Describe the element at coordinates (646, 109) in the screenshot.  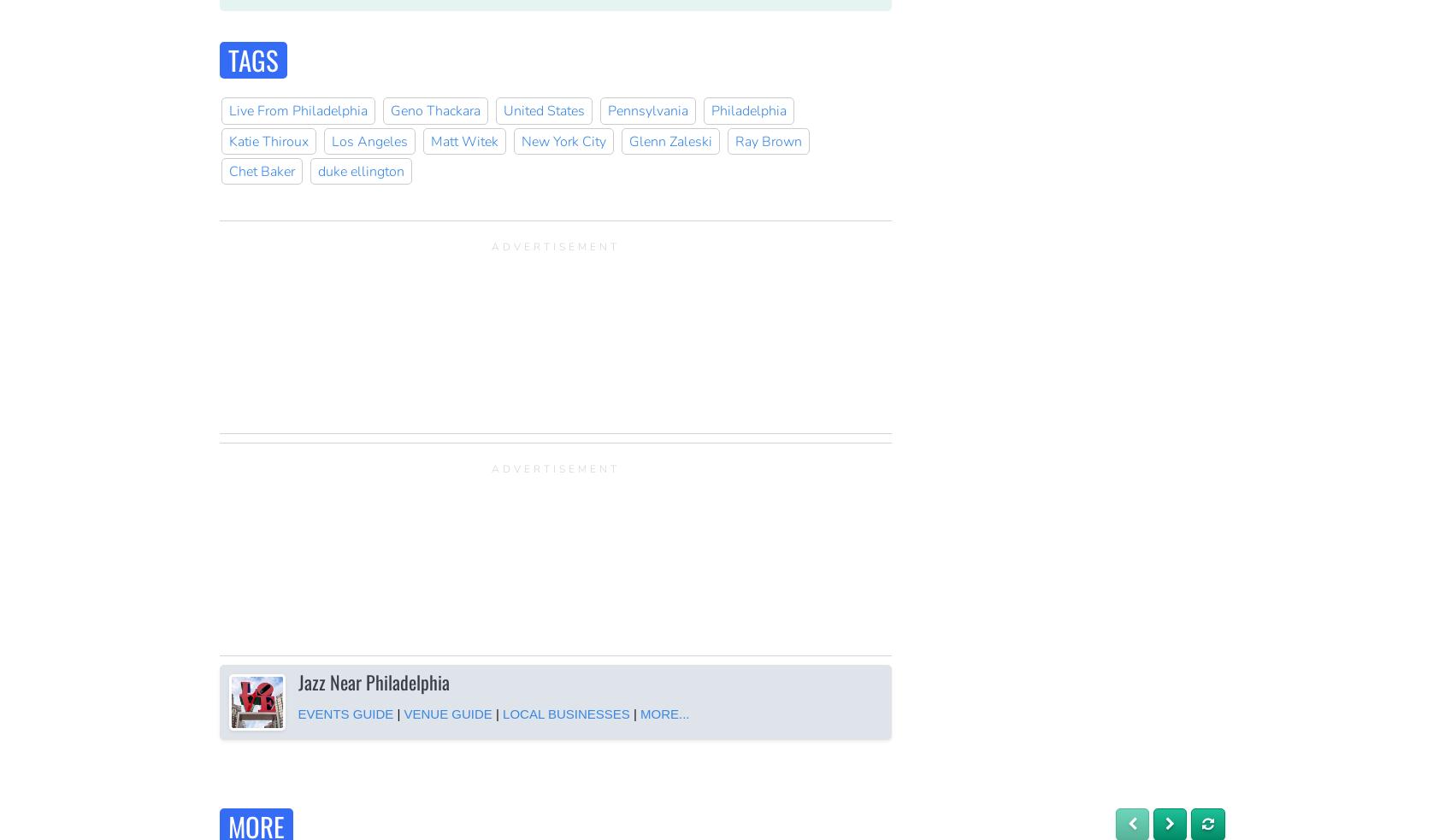
I see `'Pennsylvania'` at that location.